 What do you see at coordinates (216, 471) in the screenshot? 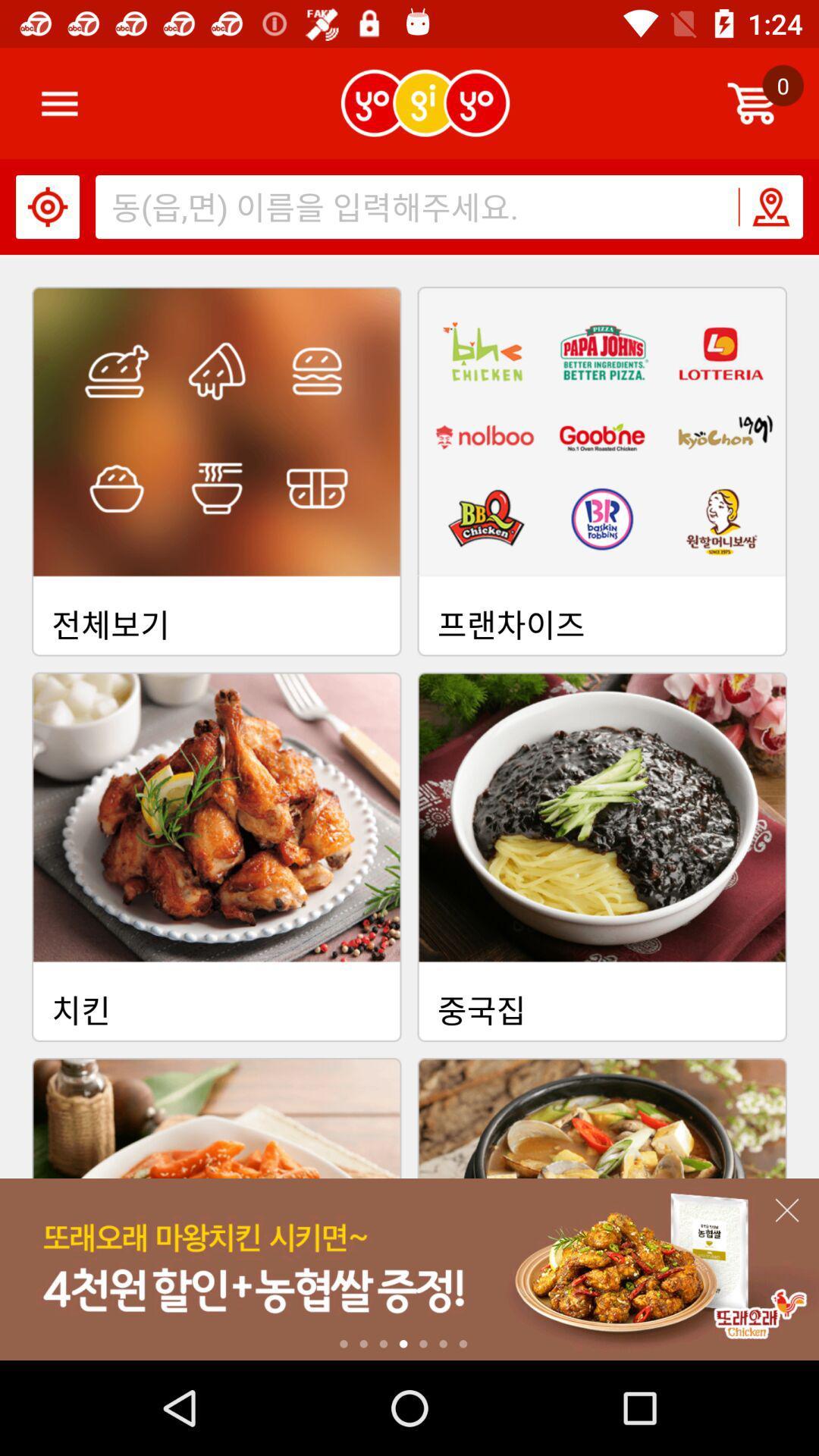
I see `the first image from left` at bounding box center [216, 471].